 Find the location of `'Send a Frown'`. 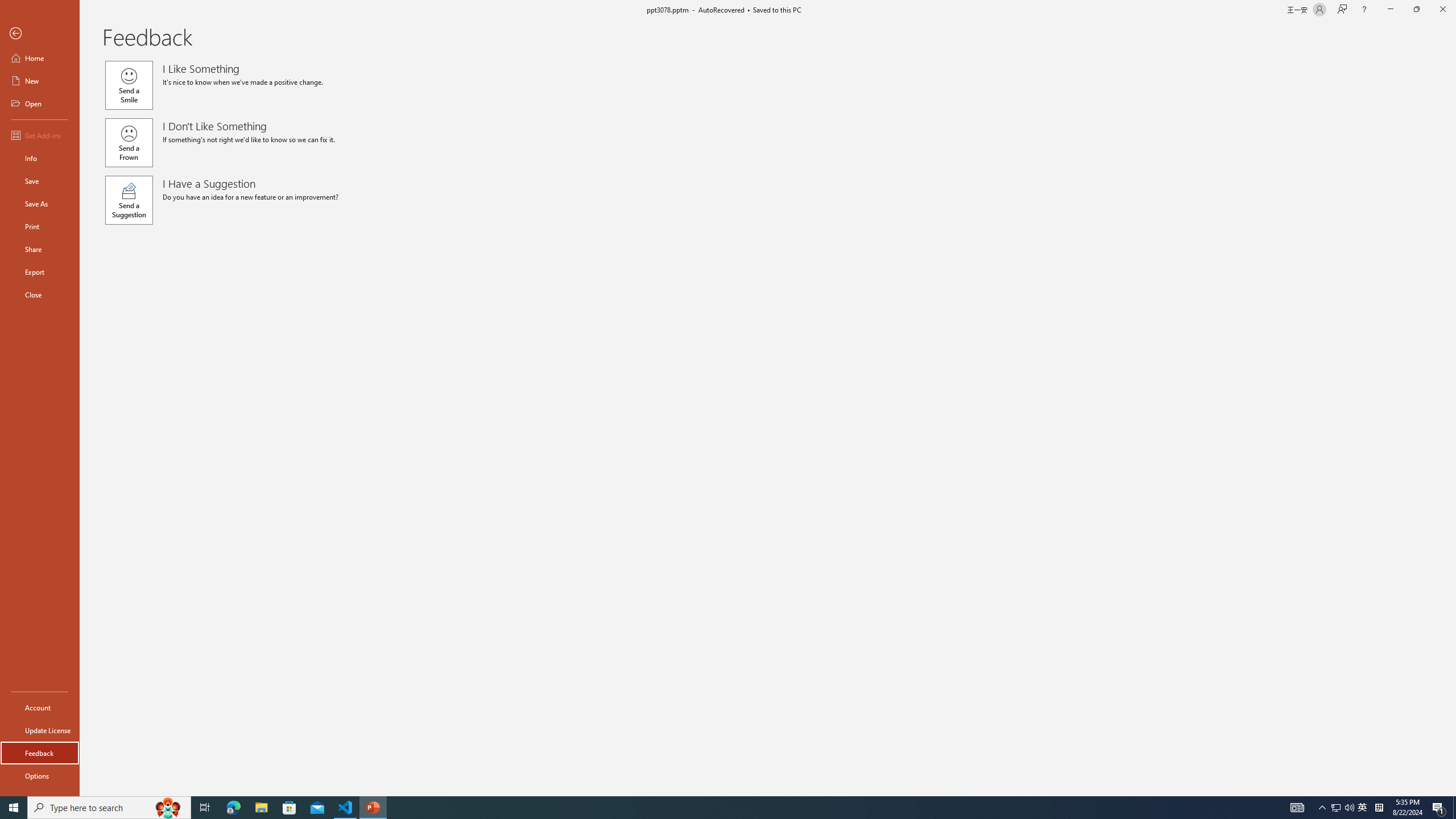

'Send a Frown' is located at coordinates (128, 142).